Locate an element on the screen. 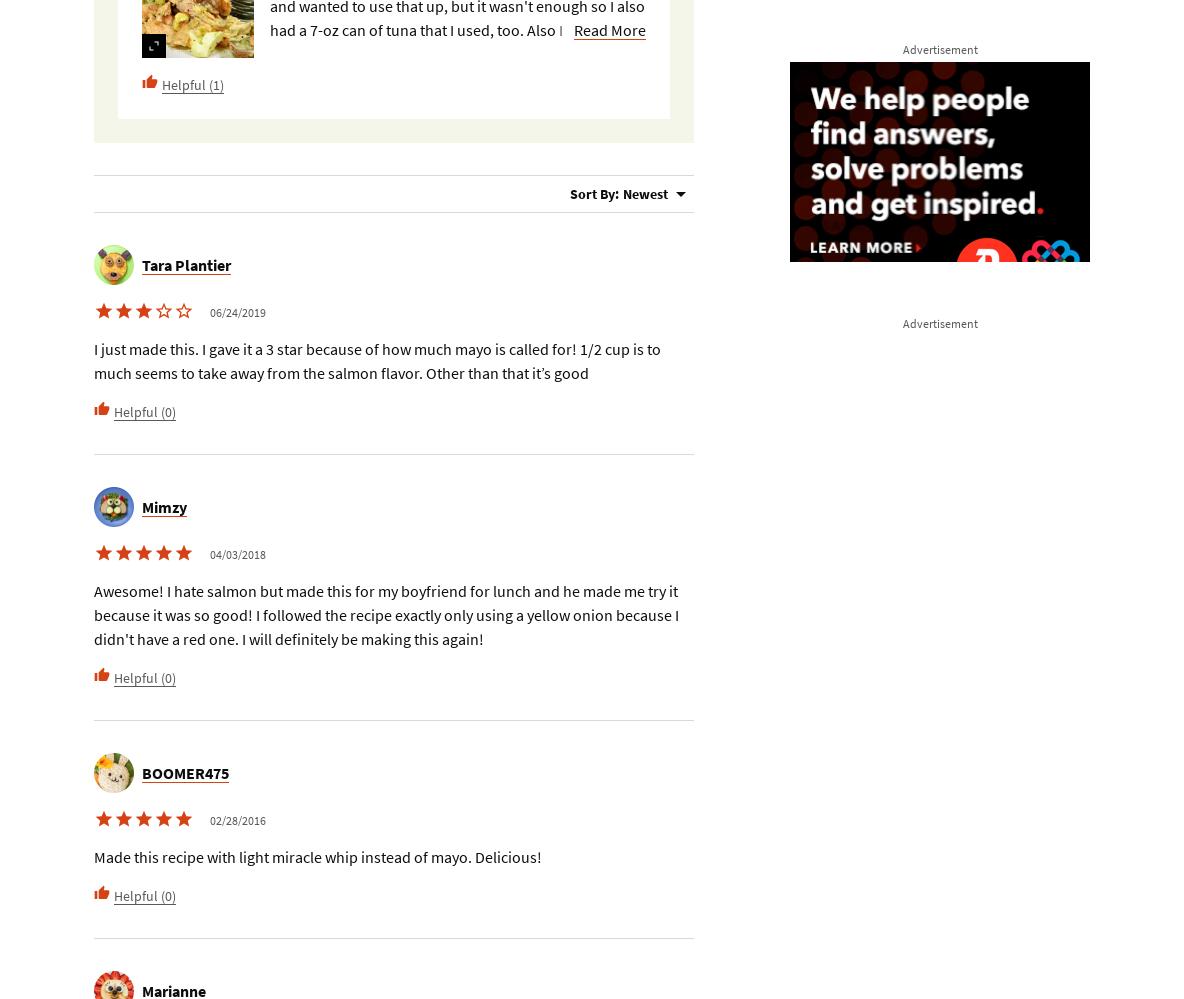 The image size is (1184, 999). '04/03/2018' is located at coordinates (209, 553).